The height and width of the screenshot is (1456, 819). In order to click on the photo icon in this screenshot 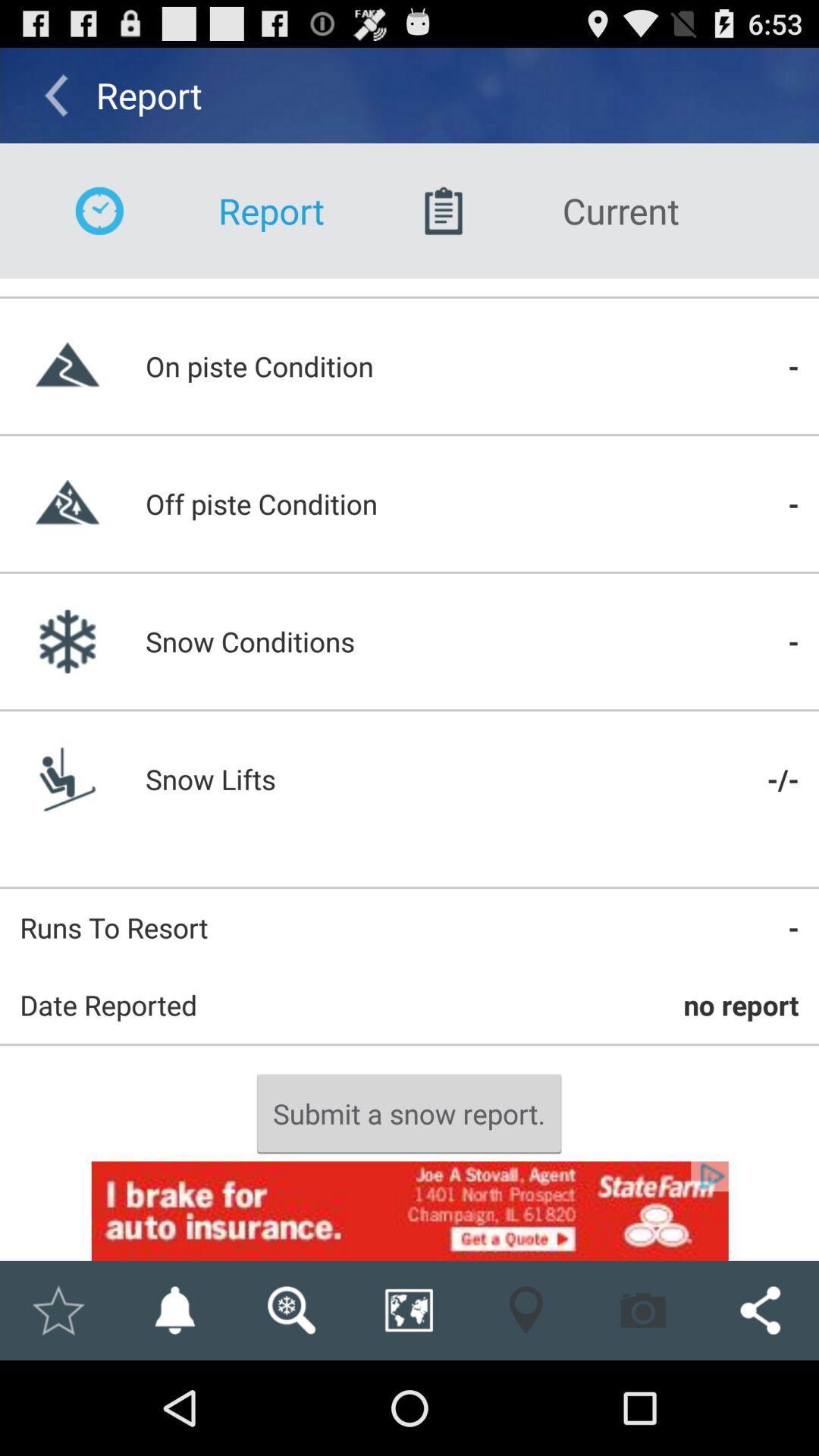, I will do `click(643, 1401)`.